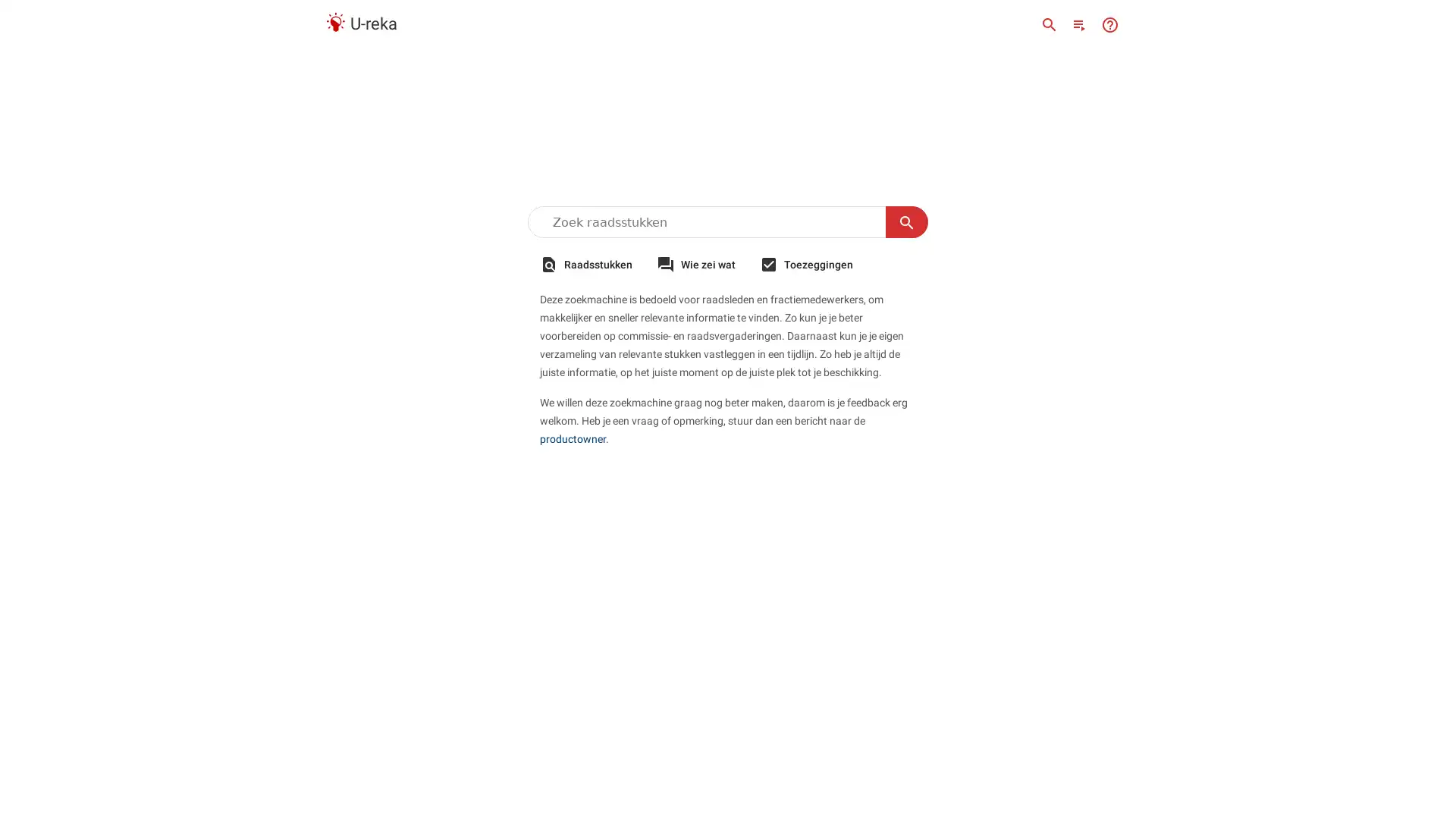 This screenshot has height=819, width=1456. What do you see at coordinates (1079, 24) in the screenshot?
I see `Tijdlijn` at bounding box center [1079, 24].